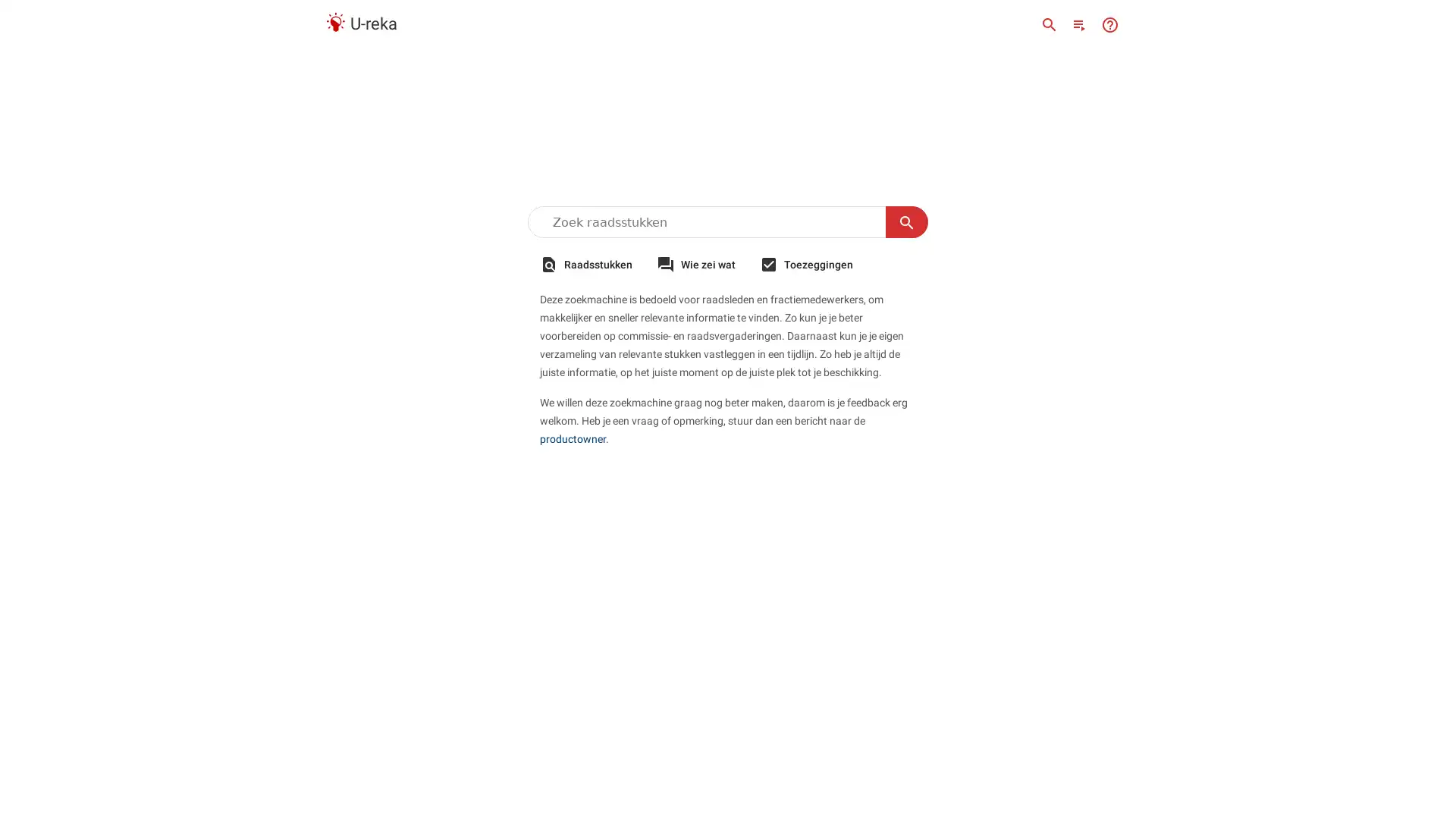 This screenshot has height=819, width=1456. What do you see at coordinates (1079, 24) in the screenshot?
I see `Tijdlijn` at bounding box center [1079, 24].